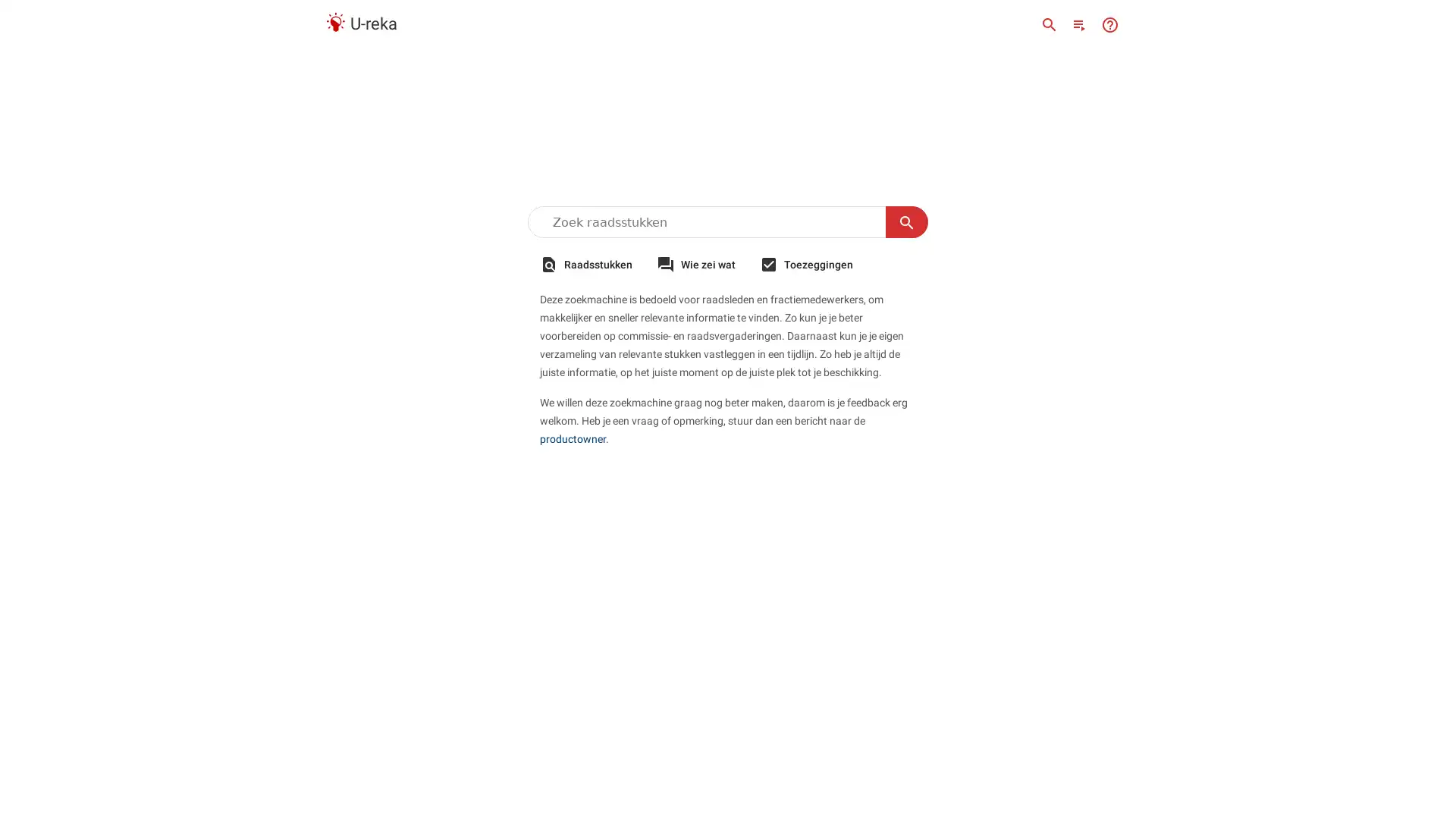 This screenshot has height=819, width=1456. What do you see at coordinates (1079, 24) in the screenshot?
I see `Tijdlijn` at bounding box center [1079, 24].